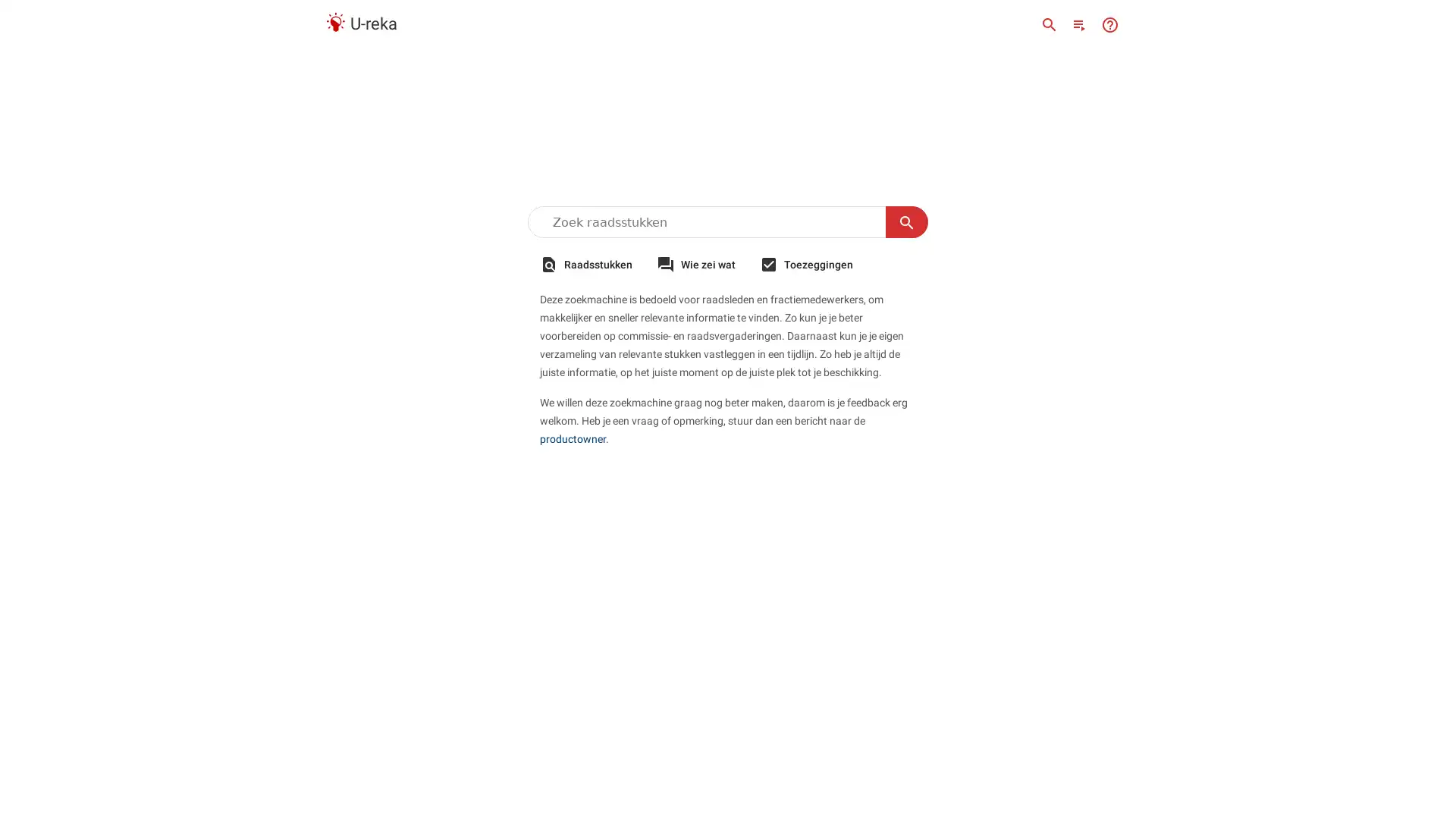 This screenshot has height=819, width=1456. What do you see at coordinates (1079, 24) in the screenshot?
I see `Tijdlijn` at bounding box center [1079, 24].